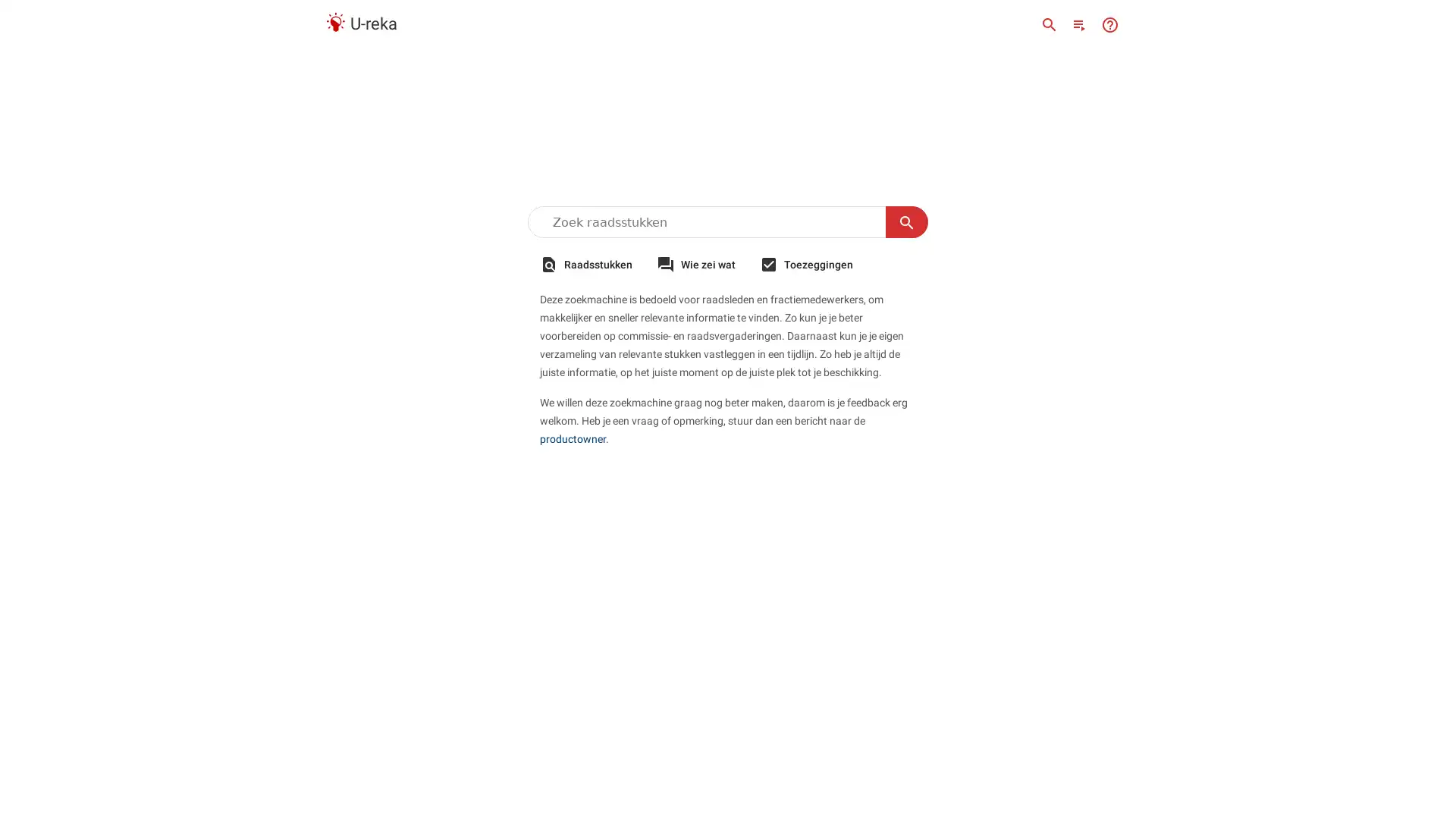 This screenshot has height=819, width=1456. What do you see at coordinates (1079, 24) in the screenshot?
I see `Tijdlijn` at bounding box center [1079, 24].